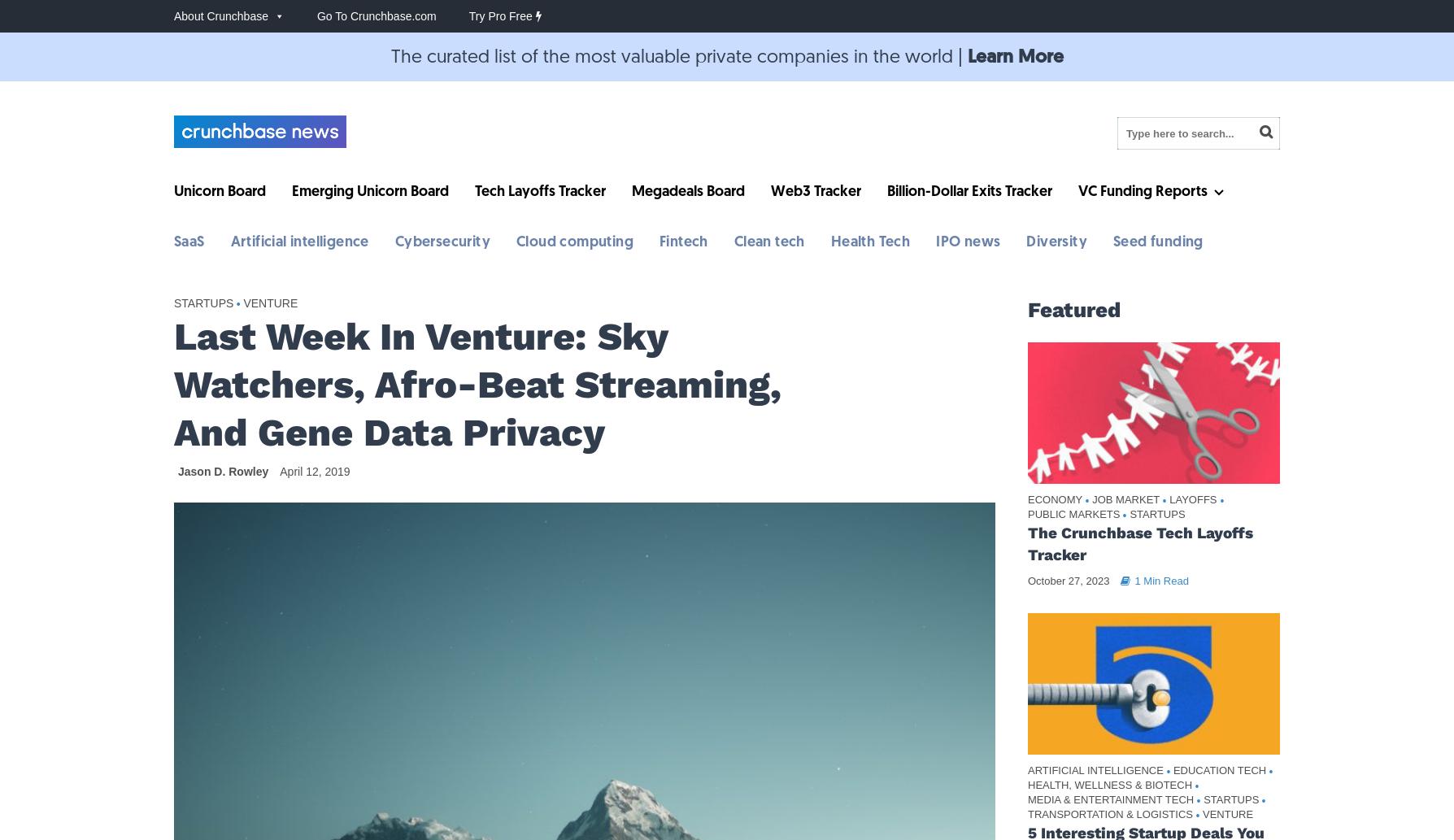 This screenshot has height=840, width=1454. Describe the element at coordinates (442, 242) in the screenshot. I see `'Cybersecurity'` at that location.